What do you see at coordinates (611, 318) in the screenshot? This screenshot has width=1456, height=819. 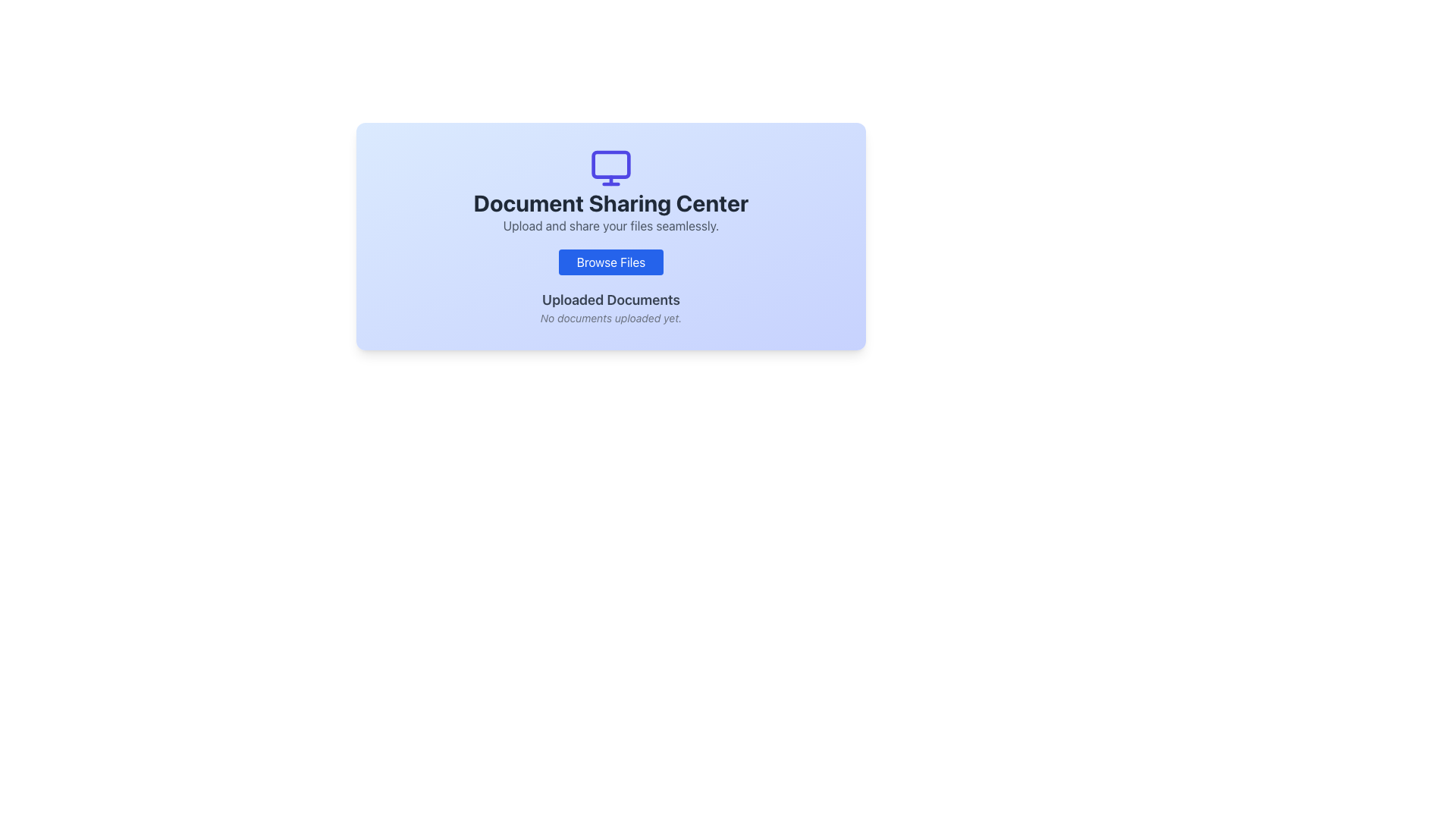 I see `the text label displaying 'No documents uploaded yet.' which is styled in light gray and italicized, located below the 'Uploaded Documents' heading` at bounding box center [611, 318].